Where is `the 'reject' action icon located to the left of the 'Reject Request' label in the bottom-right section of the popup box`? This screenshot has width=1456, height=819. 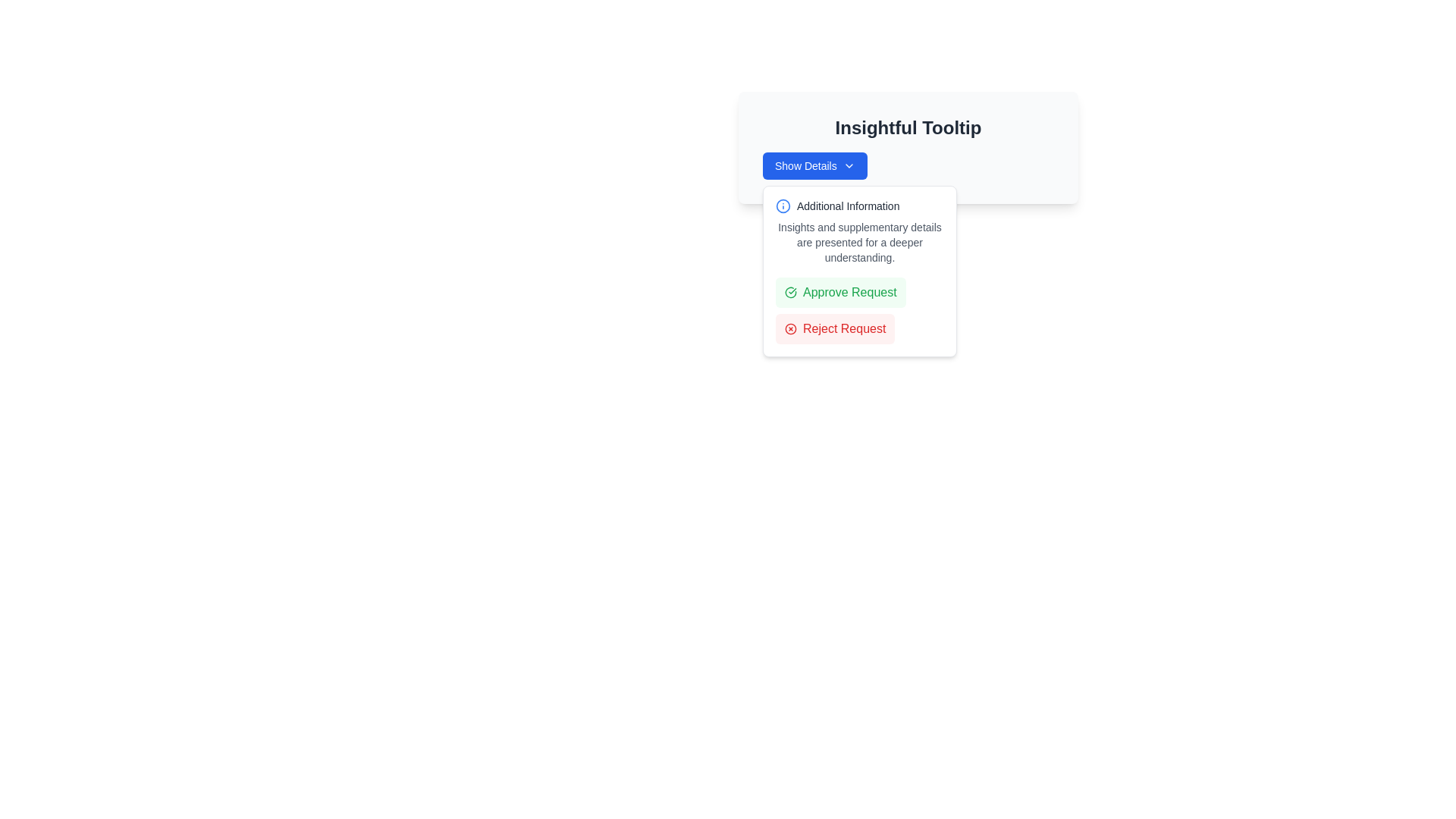 the 'reject' action icon located to the left of the 'Reject Request' label in the bottom-right section of the popup box is located at coordinates (789, 328).